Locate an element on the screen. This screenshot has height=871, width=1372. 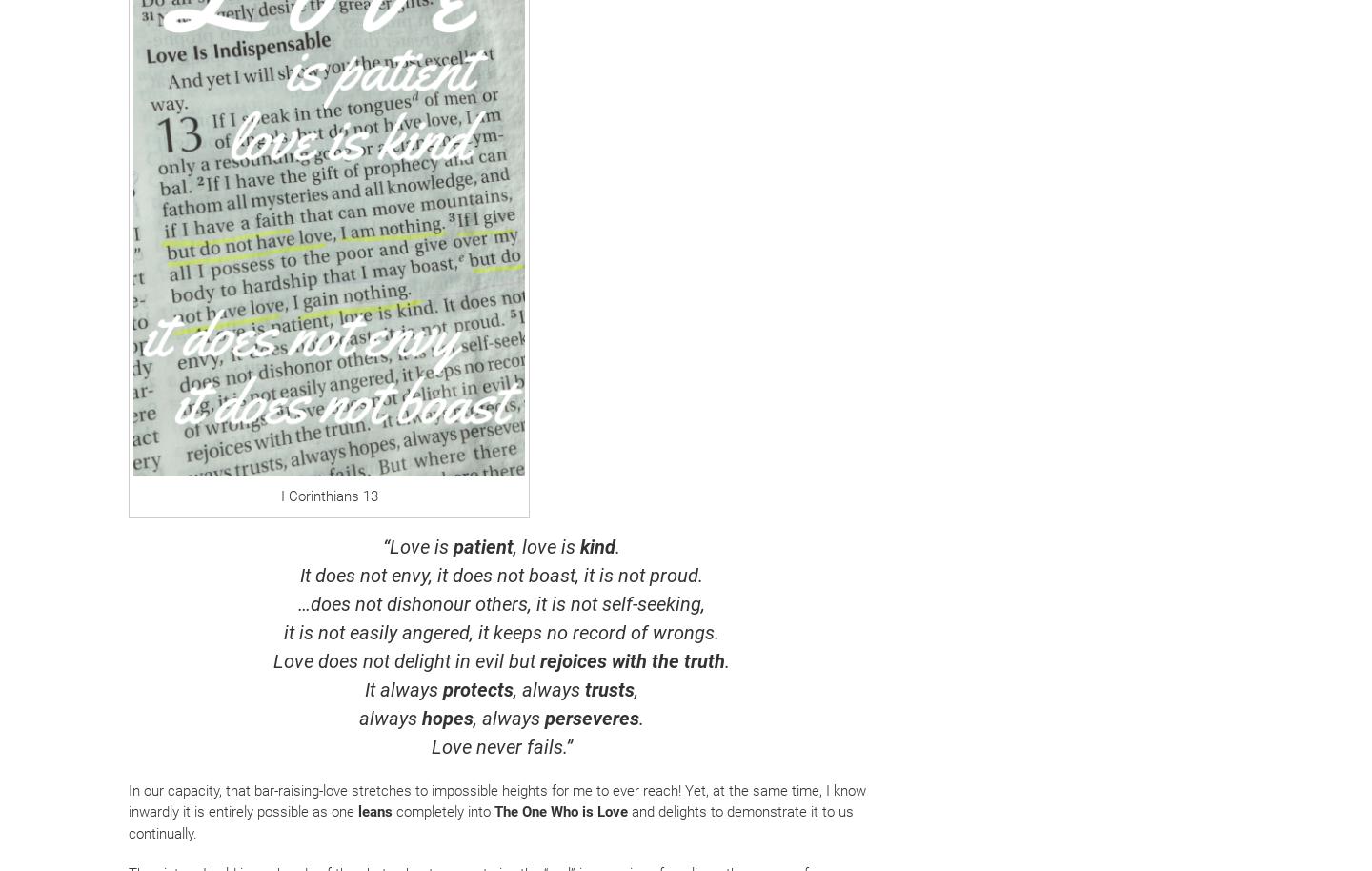
'Love never fails.”' is located at coordinates (431, 745).